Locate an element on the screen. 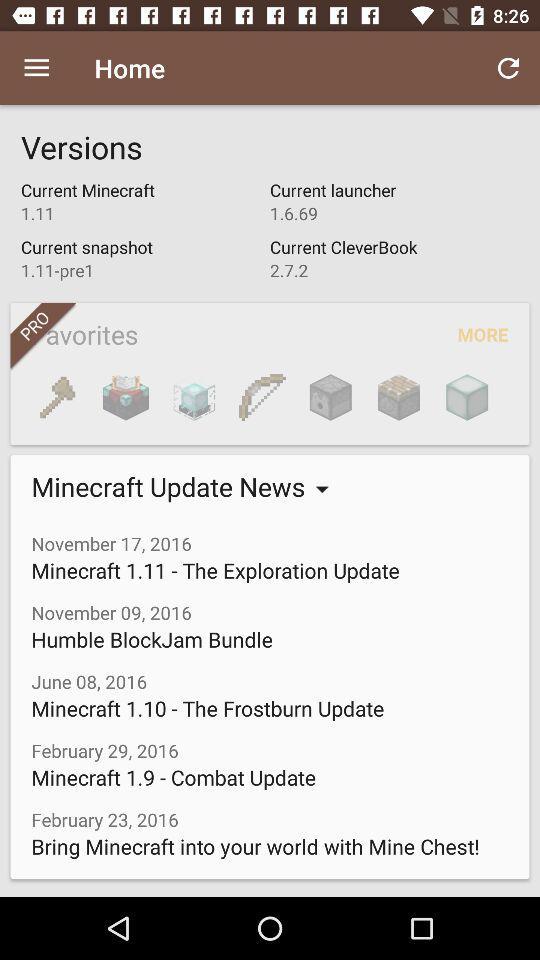 This screenshot has height=960, width=540. the item below the favorites icon is located at coordinates (399, 396).